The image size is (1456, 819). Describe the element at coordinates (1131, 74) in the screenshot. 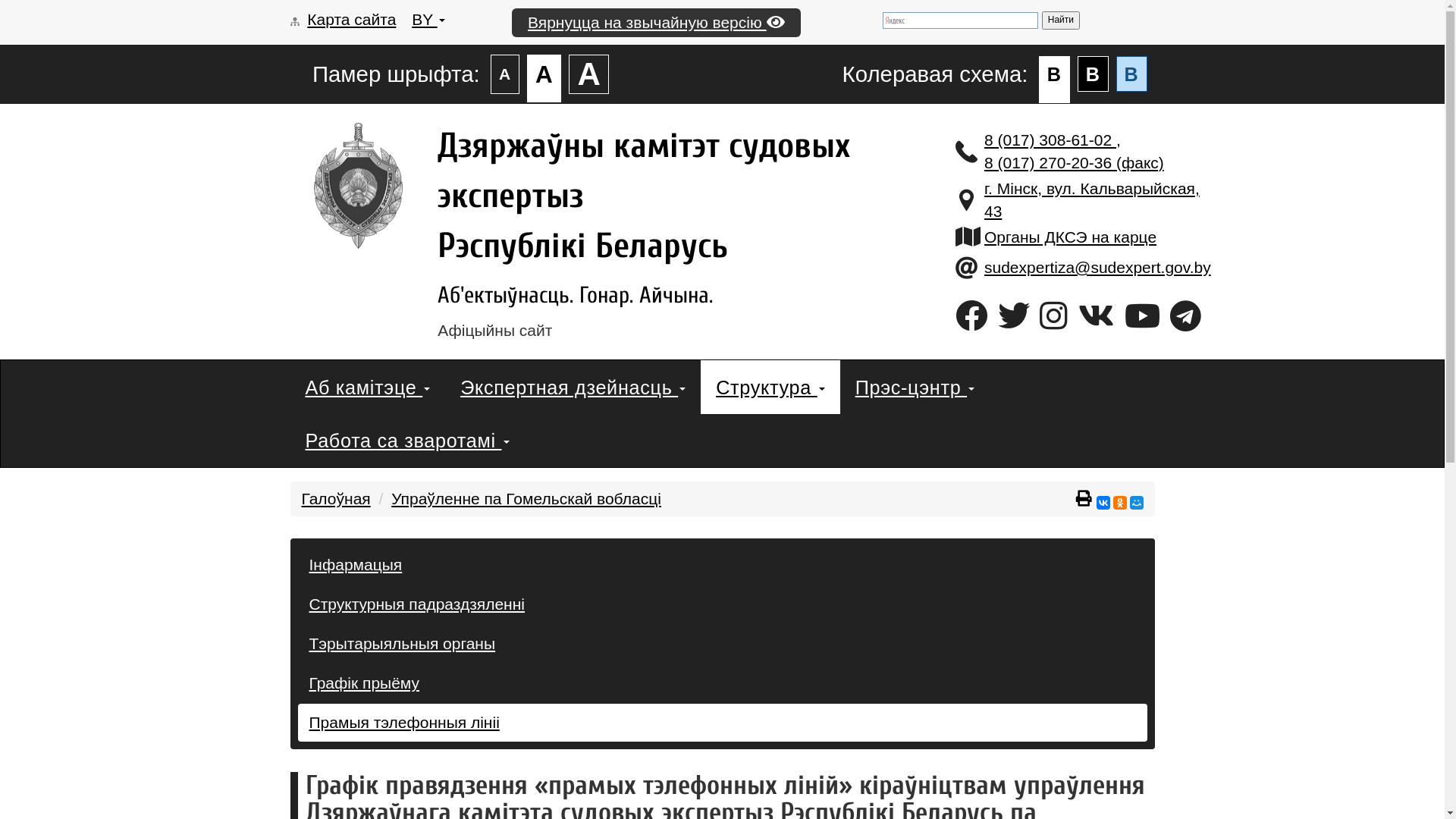

I see `'B'` at that location.